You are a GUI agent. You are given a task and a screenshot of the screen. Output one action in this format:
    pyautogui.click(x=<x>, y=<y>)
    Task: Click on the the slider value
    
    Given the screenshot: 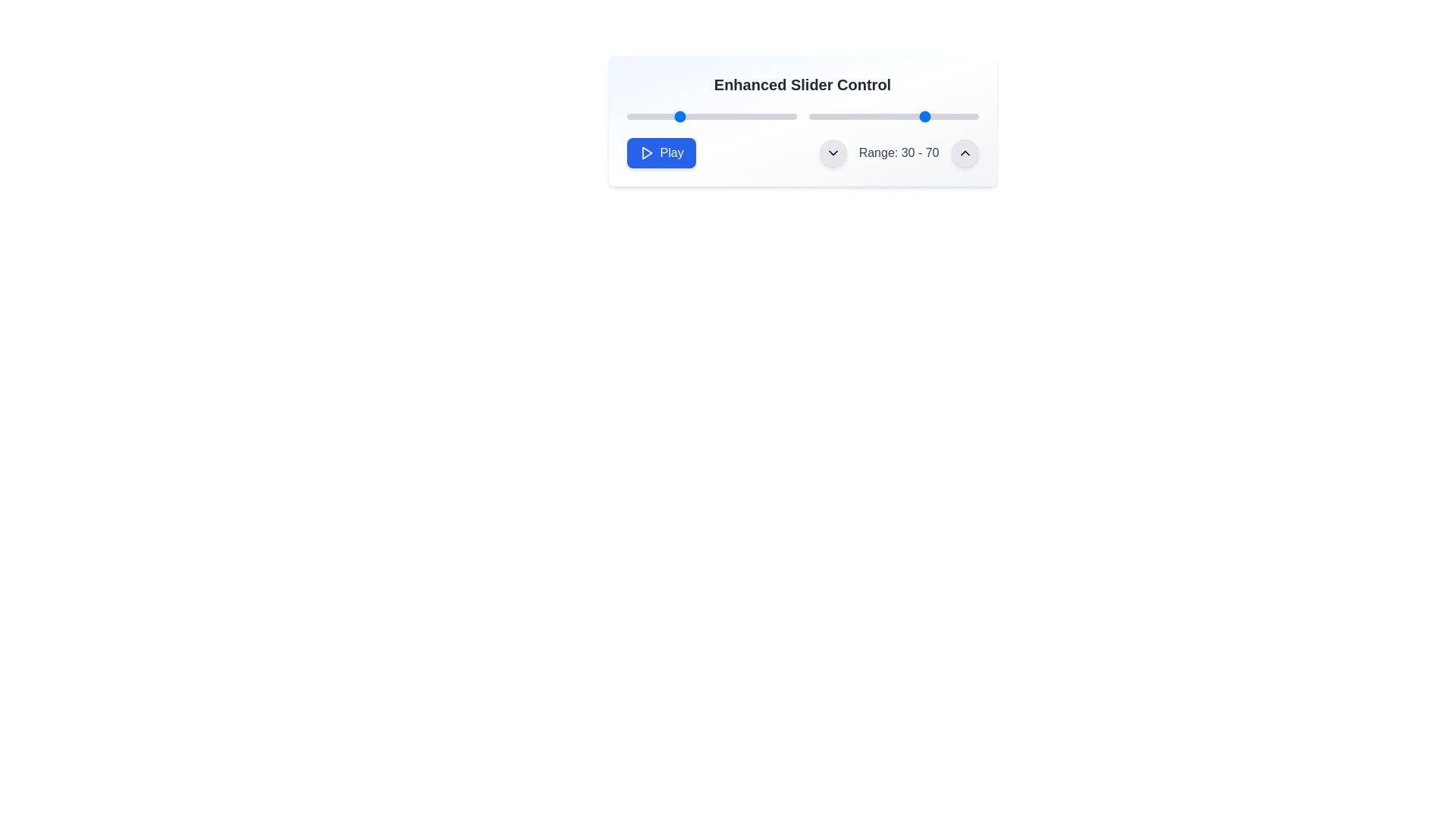 What is the action you would take?
    pyautogui.click(x=846, y=116)
    